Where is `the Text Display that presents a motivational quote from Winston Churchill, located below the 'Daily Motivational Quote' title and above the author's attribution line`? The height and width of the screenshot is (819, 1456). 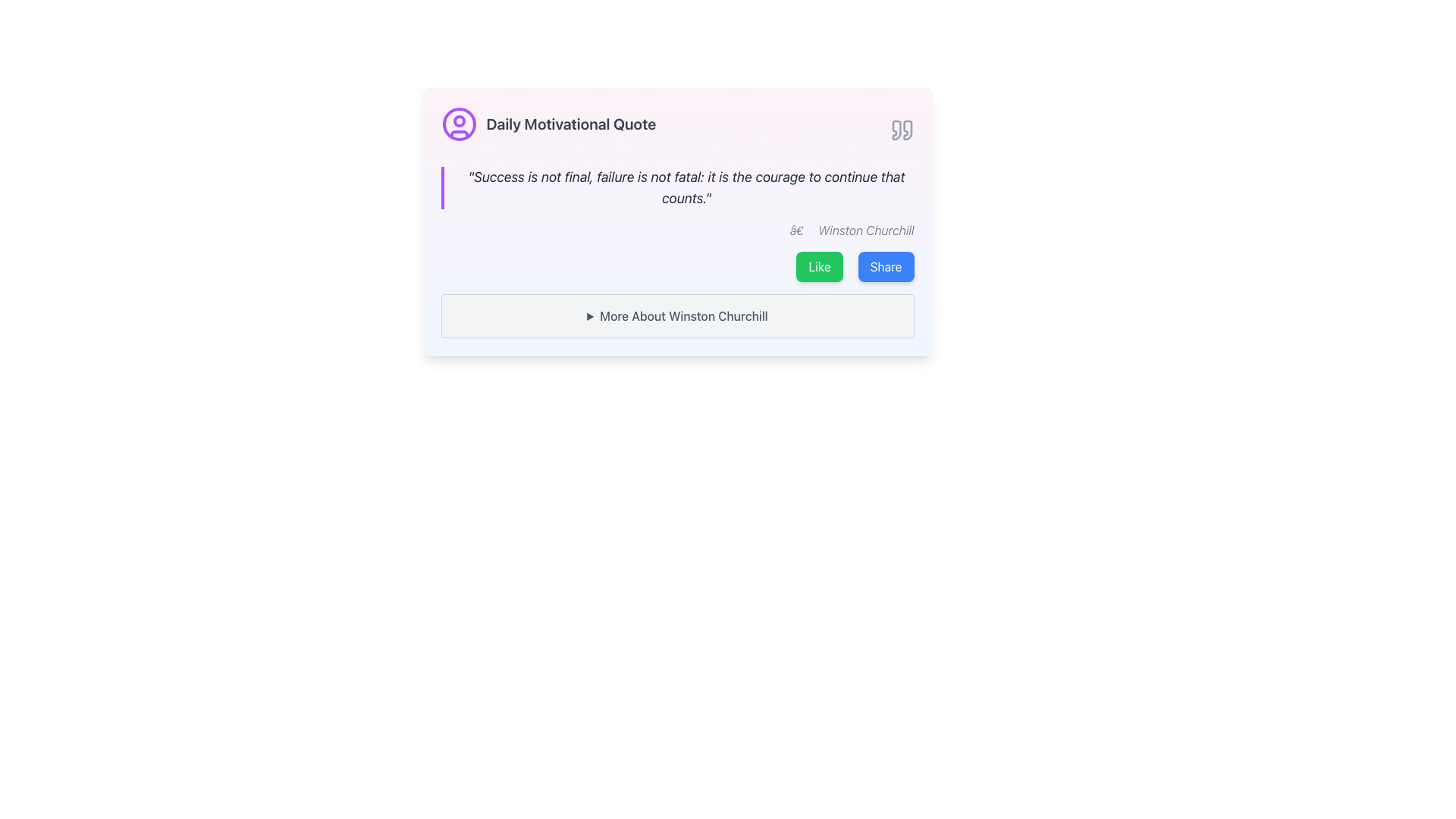 the Text Display that presents a motivational quote from Winston Churchill, located below the 'Daily Motivational Quote' title and above the author's attribution line is located at coordinates (676, 187).